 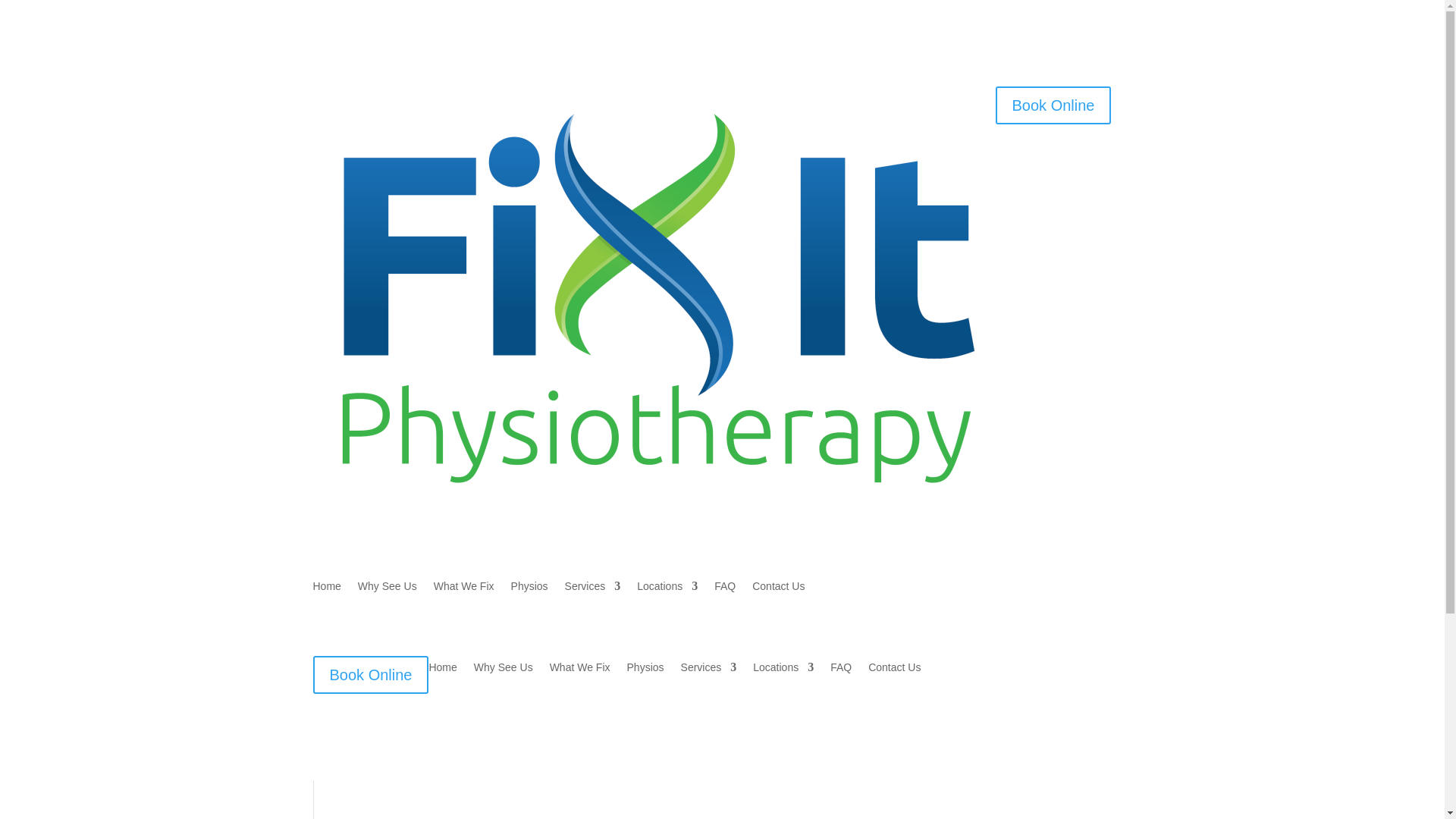 I want to click on 'Home', so click(x=441, y=669).